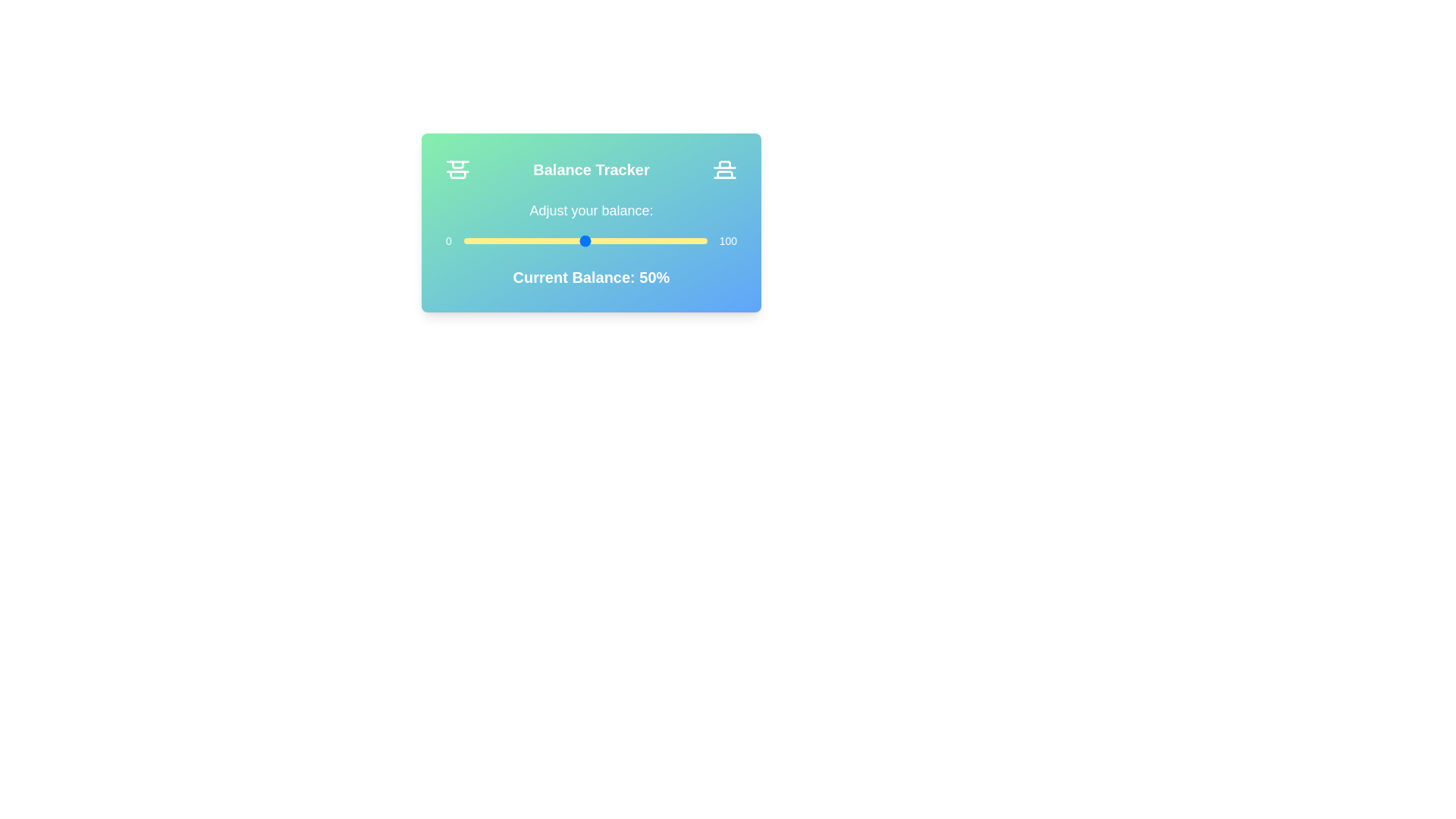 This screenshot has height=819, width=1456. Describe the element at coordinates (515, 240) in the screenshot. I see `the balance slider to 21 percent` at that location.